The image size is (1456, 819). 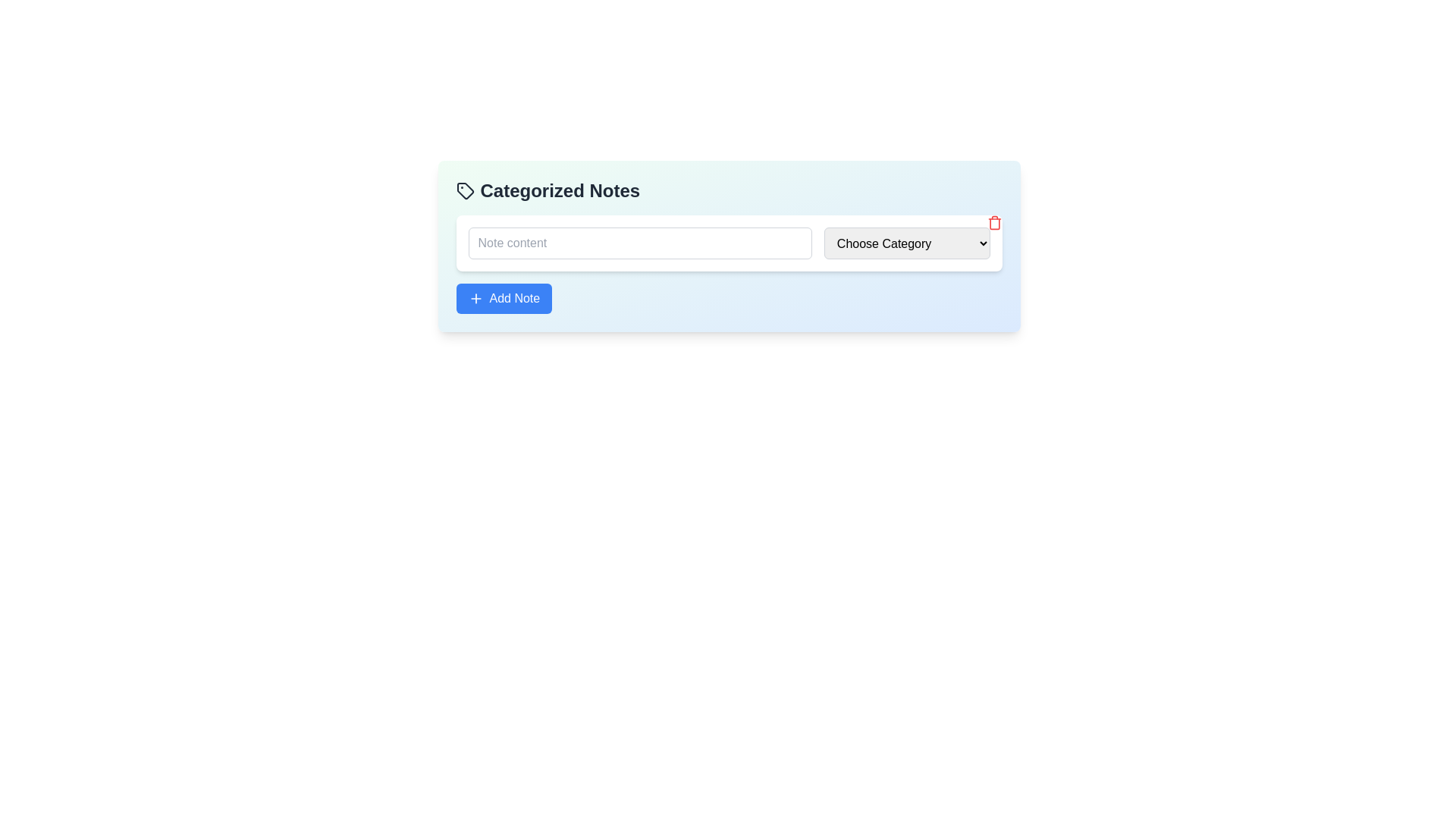 What do you see at coordinates (475, 298) in the screenshot?
I see `the plus icon located at the bottom-left corner of the main note interface to initiate an action` at bounding box center [475, 298].